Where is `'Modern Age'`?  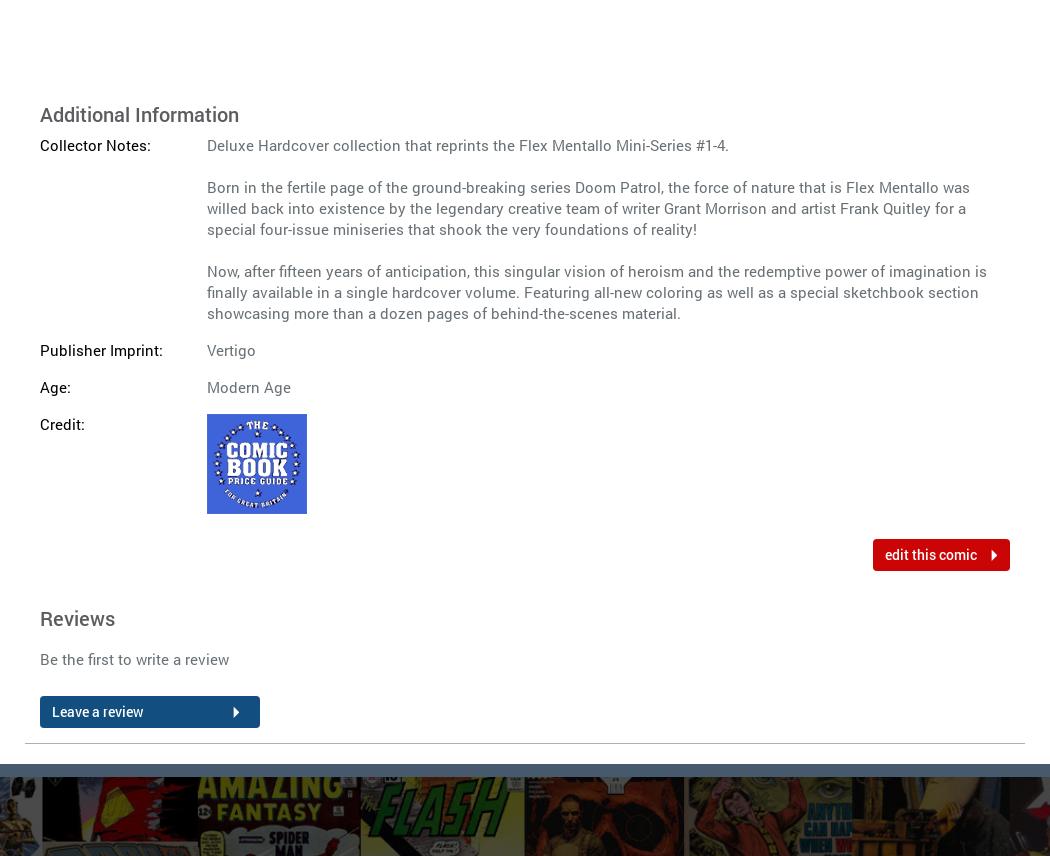 'Modern Age' is located at coordinates (248, 386).